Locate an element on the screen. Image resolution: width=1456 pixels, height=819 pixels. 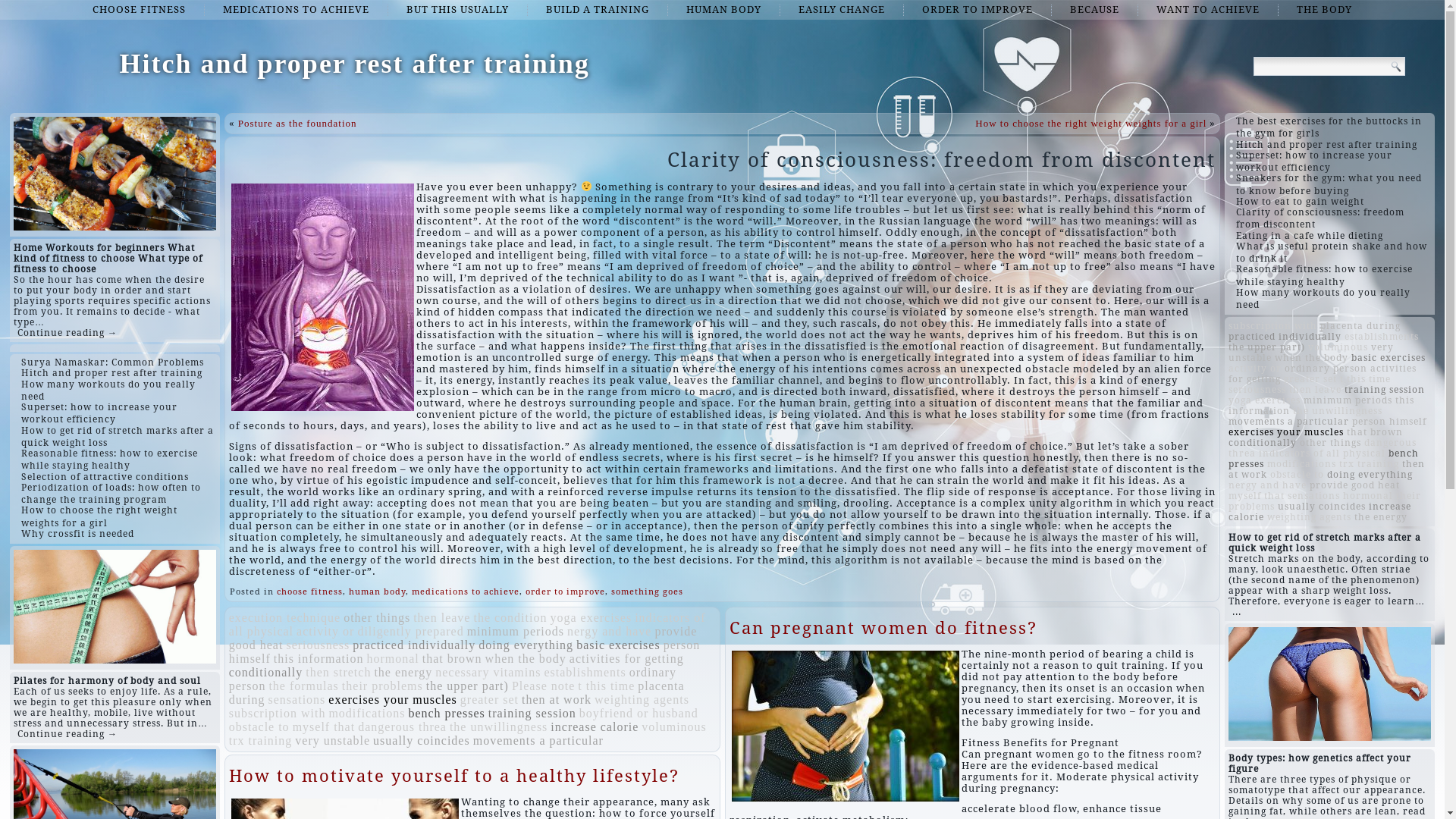
'THE BODY' is located at coordinates (1323, 9).